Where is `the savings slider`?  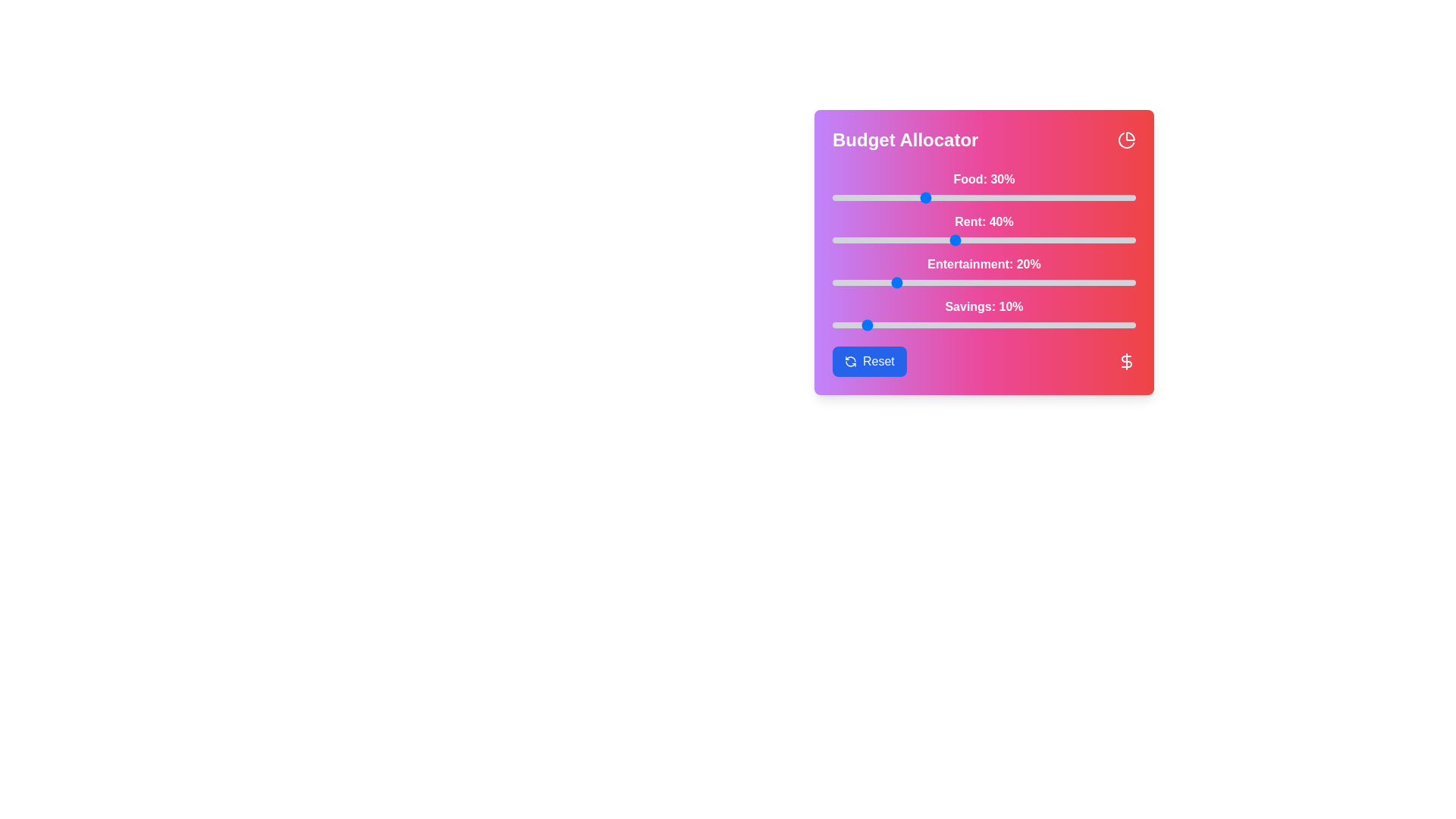 the savings slider is located at coordinates (862, 324).